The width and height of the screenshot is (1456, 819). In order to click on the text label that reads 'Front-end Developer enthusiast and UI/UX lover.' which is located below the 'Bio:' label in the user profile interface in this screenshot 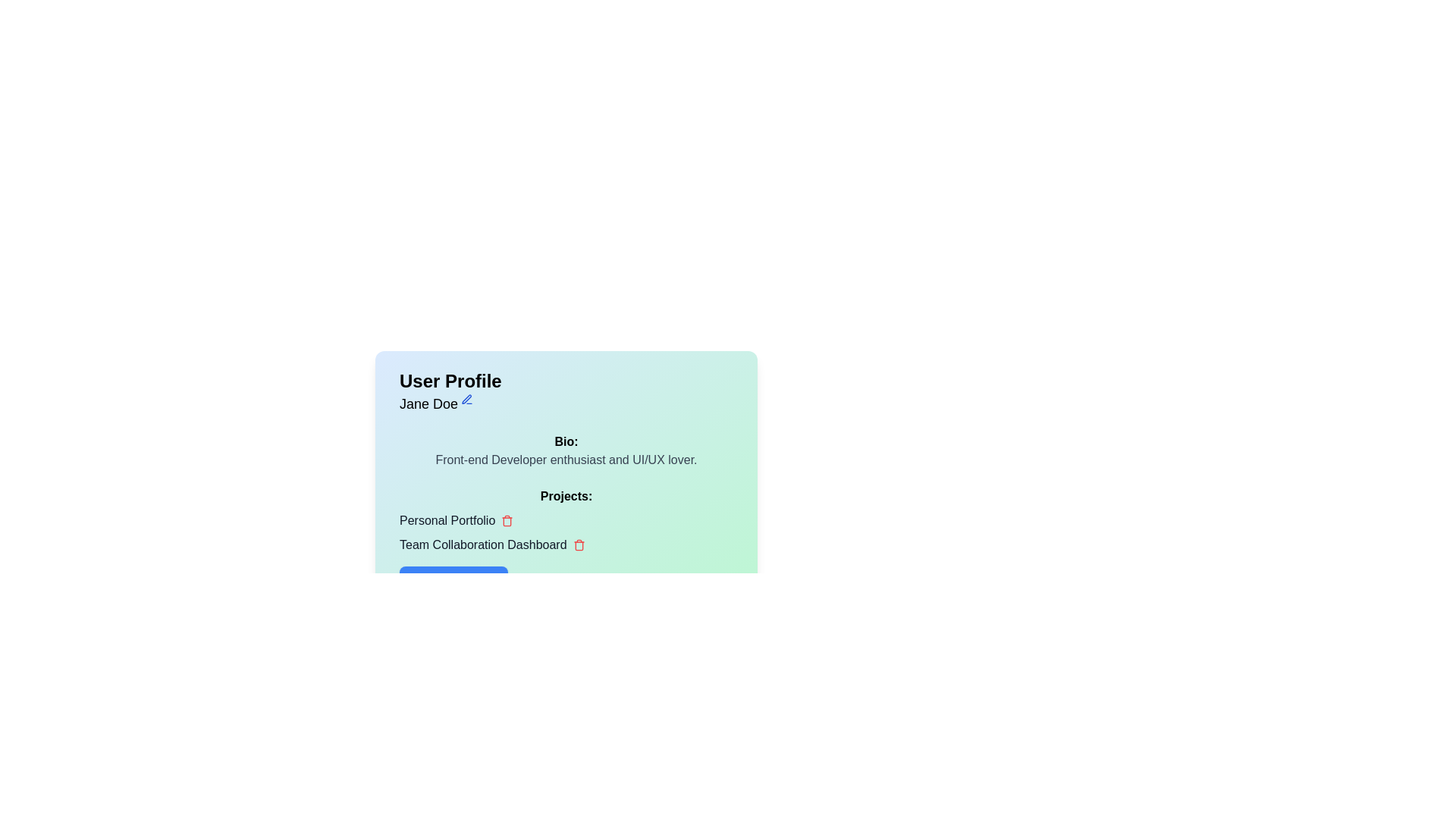, I will do `click(566, 459)`.